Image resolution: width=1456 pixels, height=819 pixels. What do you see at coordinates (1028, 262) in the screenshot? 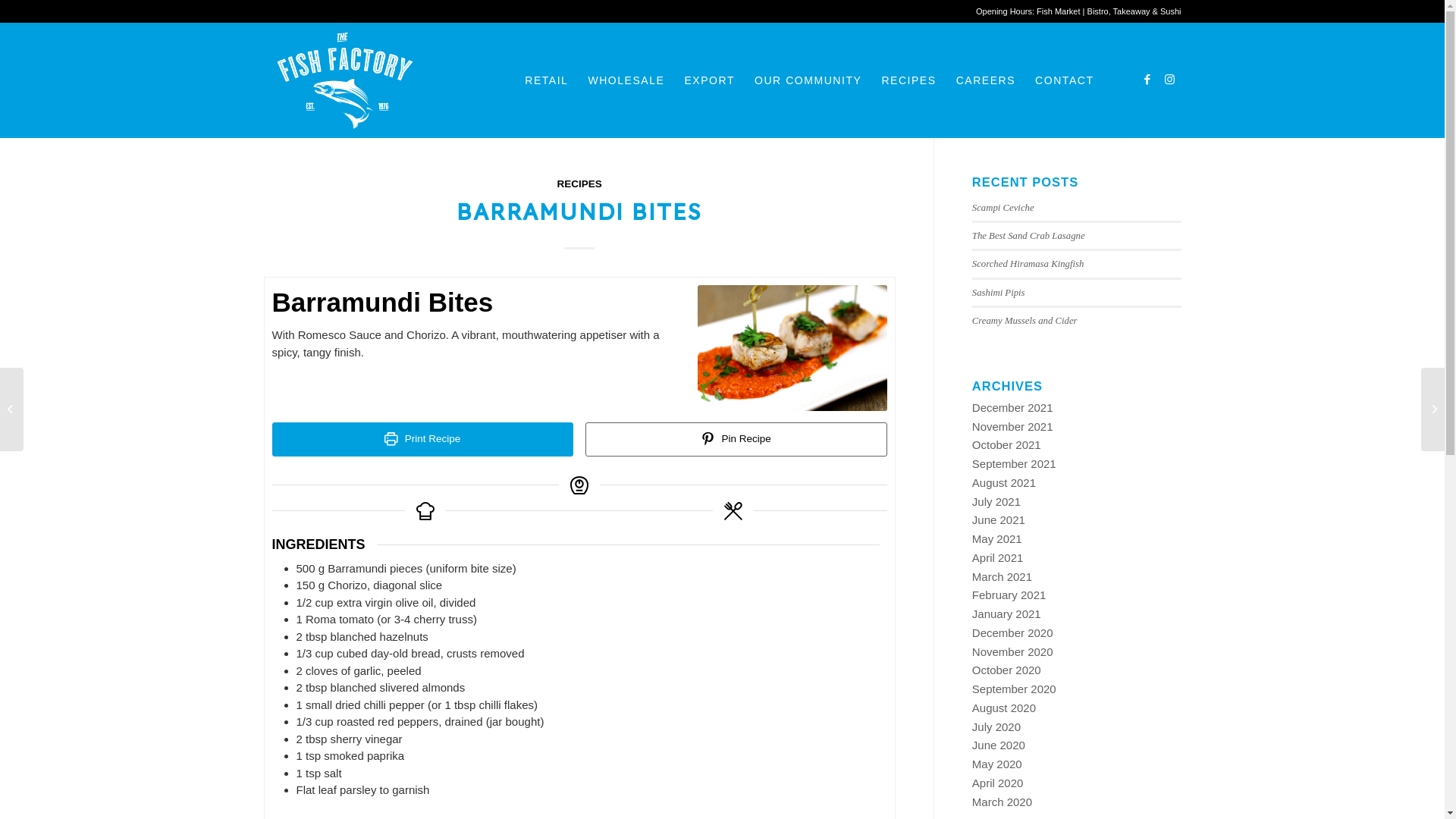
I see `'Scorched Hiramasa Kingfish'` at bounding box center [1028, 262].